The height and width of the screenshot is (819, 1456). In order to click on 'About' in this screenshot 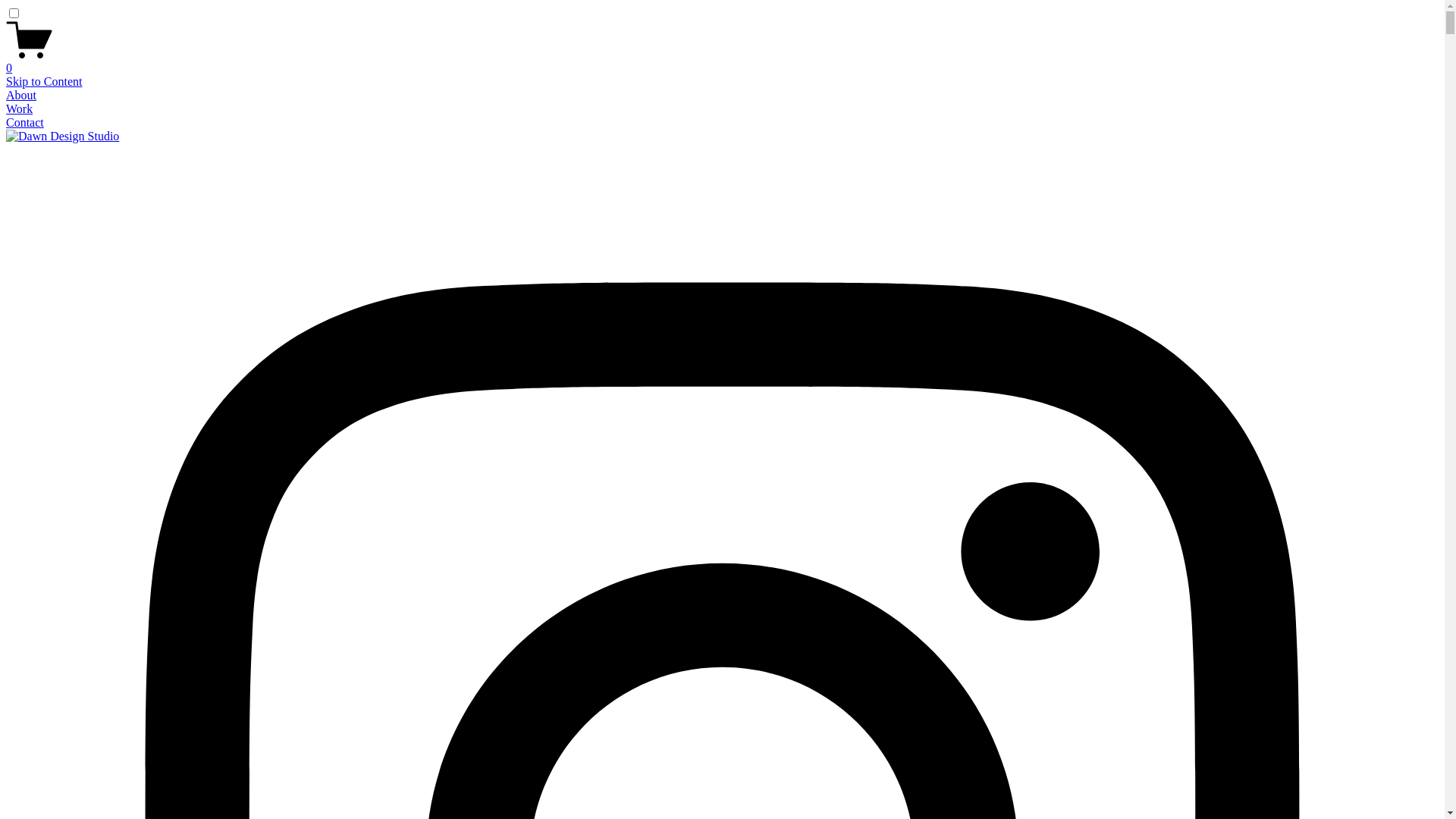, I will do `click(21, 95)`.